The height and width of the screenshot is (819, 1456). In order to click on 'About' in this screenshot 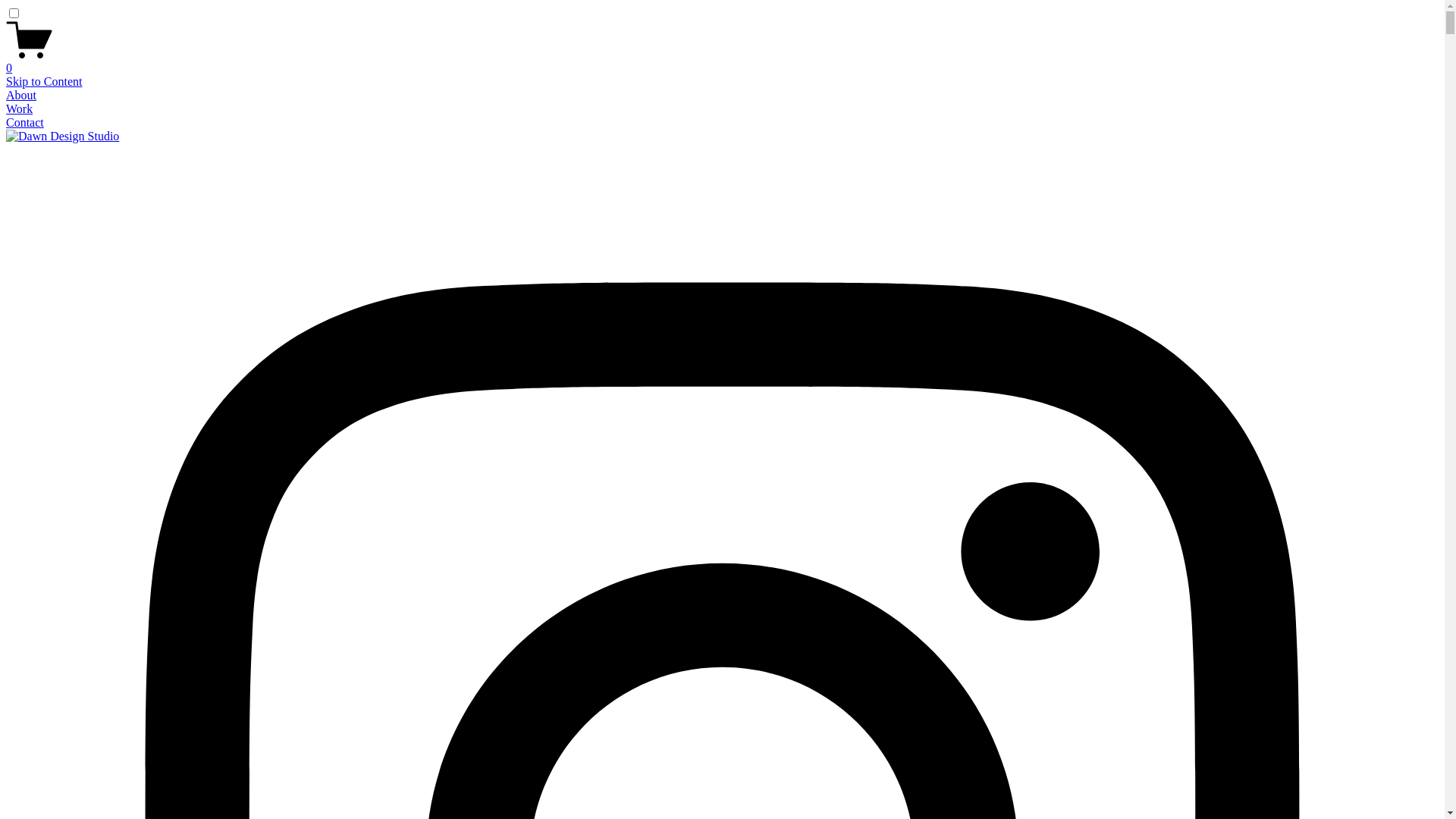, I will do `click(21, 95)`.